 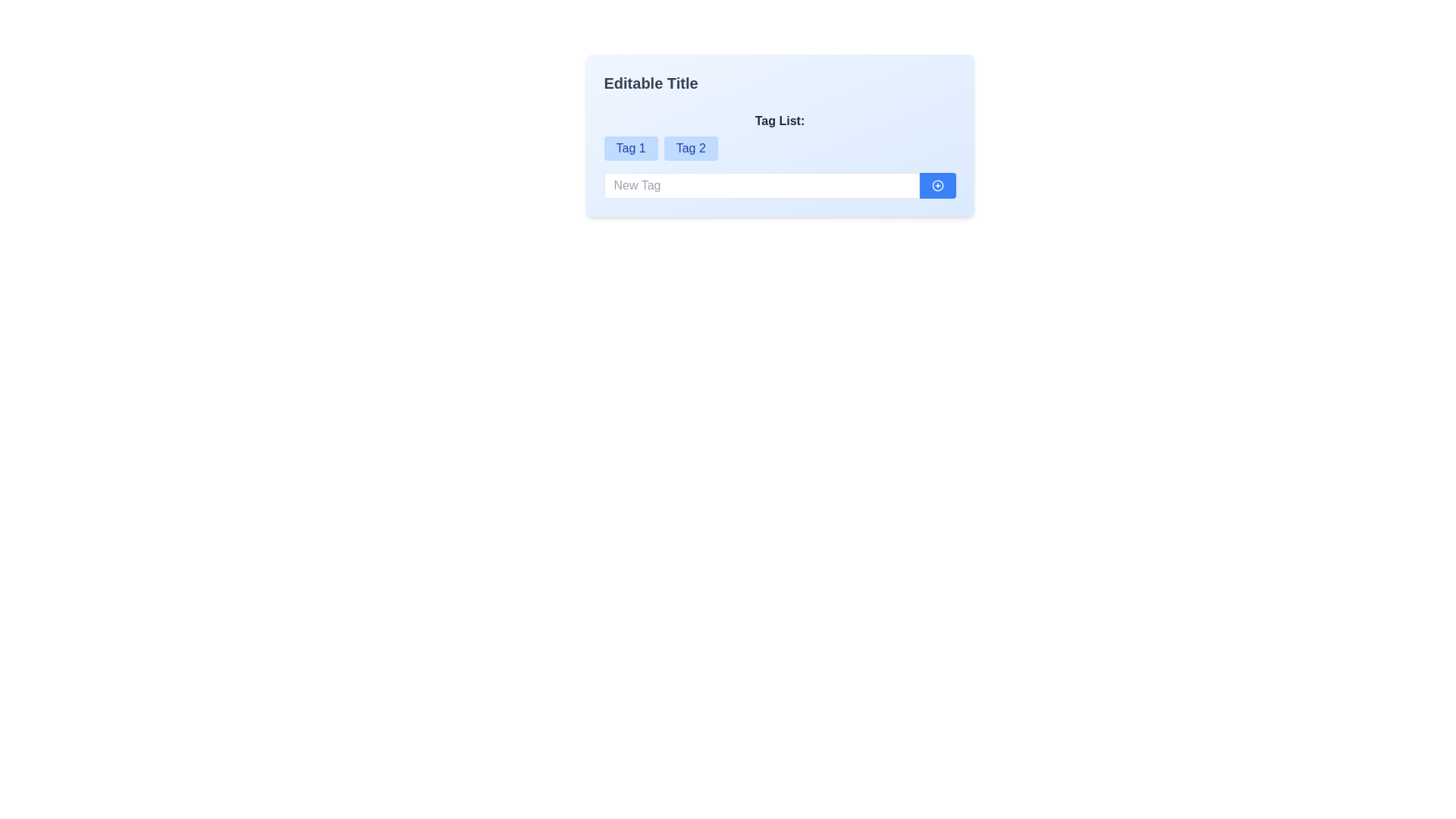 I want to click on the 'Tag List:' text label element, which is a bold dark grey text on a light blue background, positioned at the top-middle section of the interface, so click(x=780, y=124).